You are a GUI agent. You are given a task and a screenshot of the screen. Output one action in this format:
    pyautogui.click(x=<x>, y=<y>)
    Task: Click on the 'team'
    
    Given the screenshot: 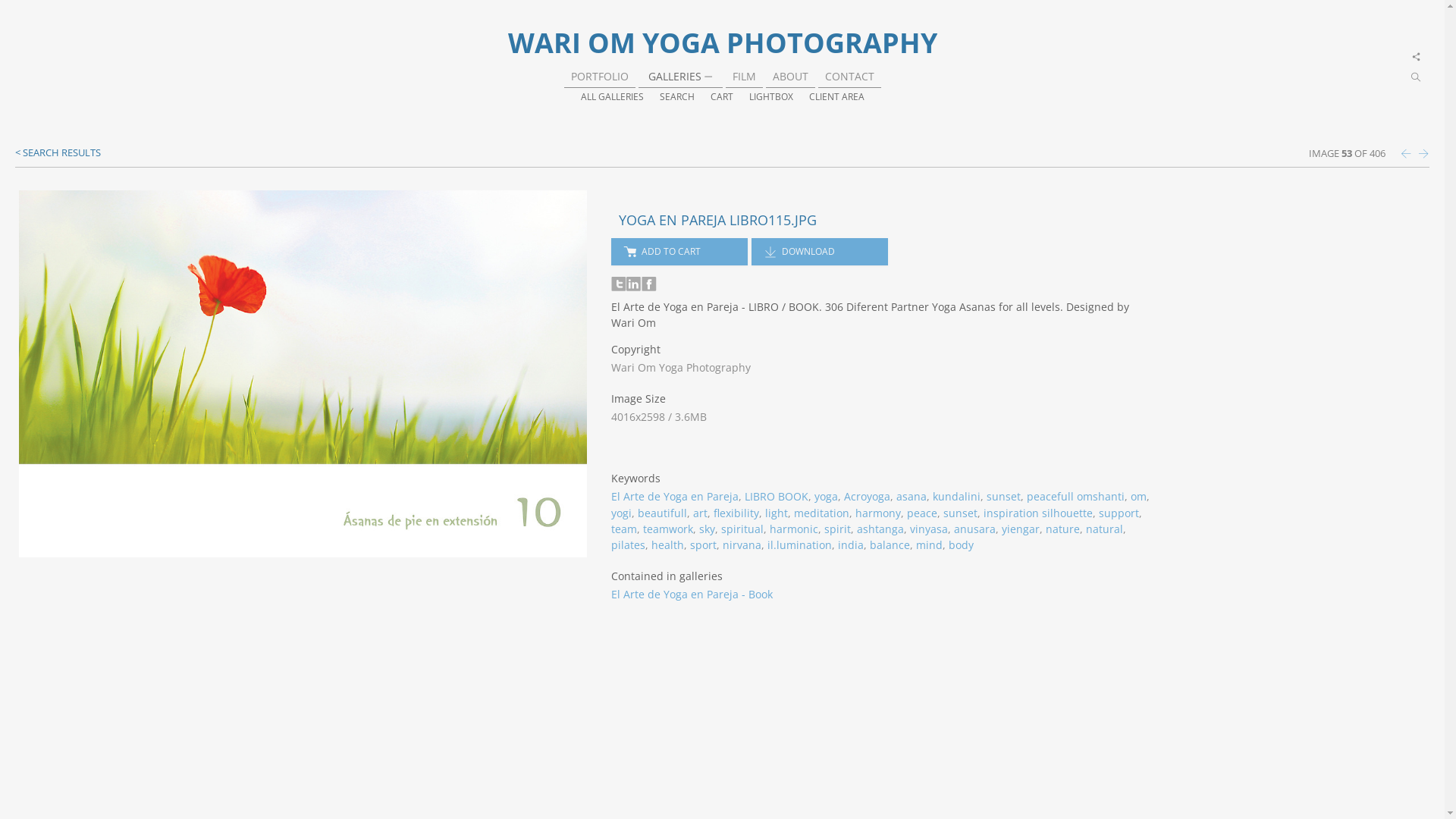 What is the action you would take?
    pyautogui.click(x=611, y=528)
    